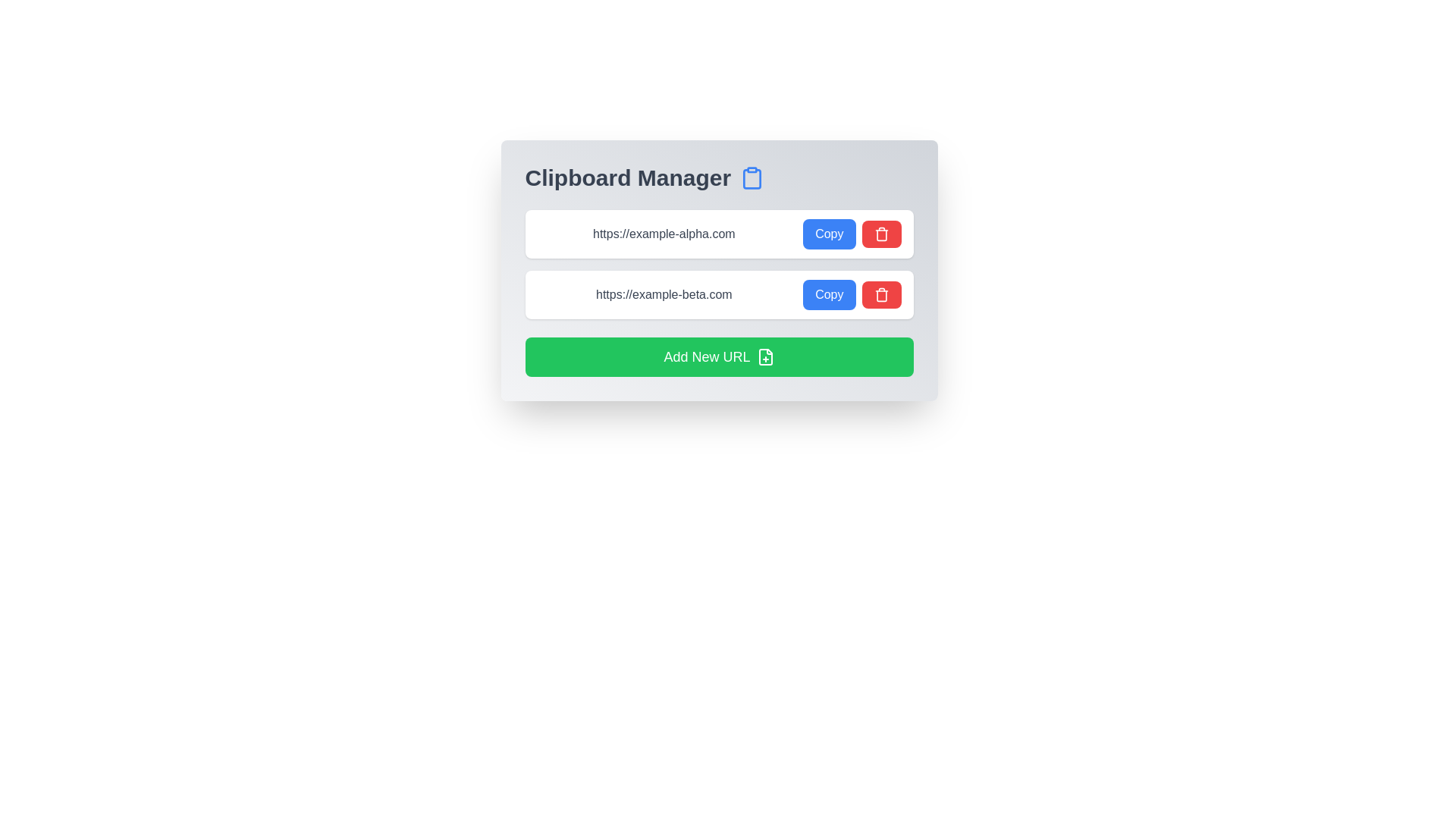 This screenshot has height=819, width=1456. What do you see at coordinates (881, 234) in the screenshot?
I see `the prominent red delete button with a trash bin icon, located to the right of the blue 'Copy' button in the clipboard manager interface` at bounding box center [881, 234].